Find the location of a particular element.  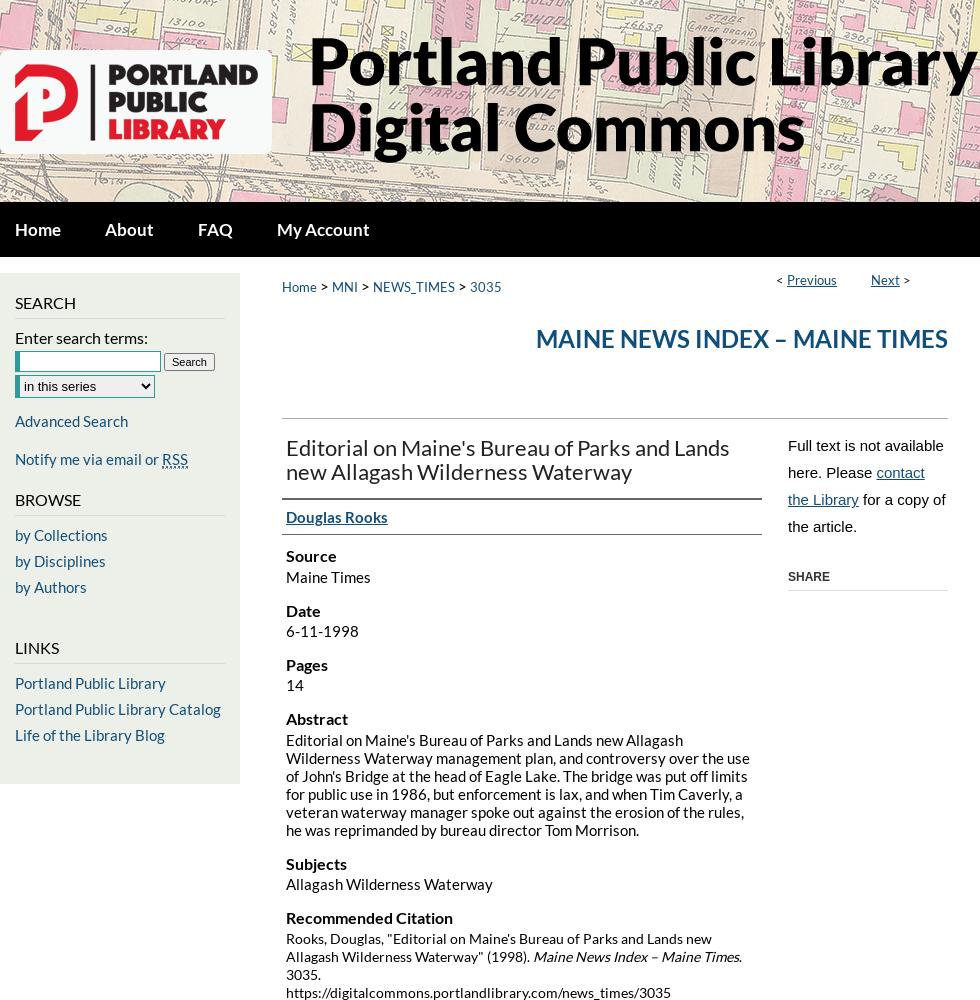

'FAQ' is located at coordinates (215, 228).